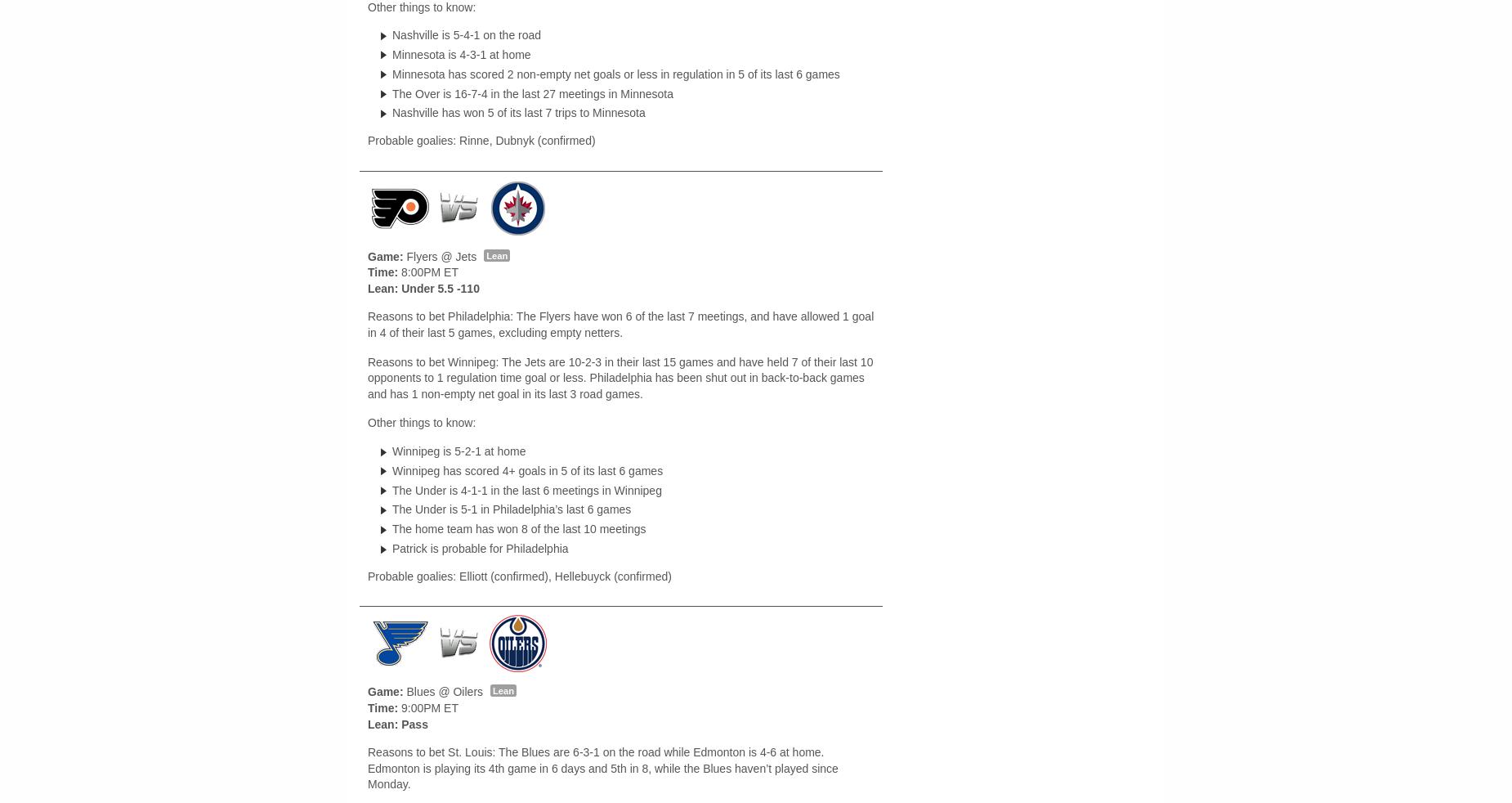  What do you see at coordinates (366, 723) in the screenshot?
I see `'Lean: Pass'` at bounding box center [366, 723].